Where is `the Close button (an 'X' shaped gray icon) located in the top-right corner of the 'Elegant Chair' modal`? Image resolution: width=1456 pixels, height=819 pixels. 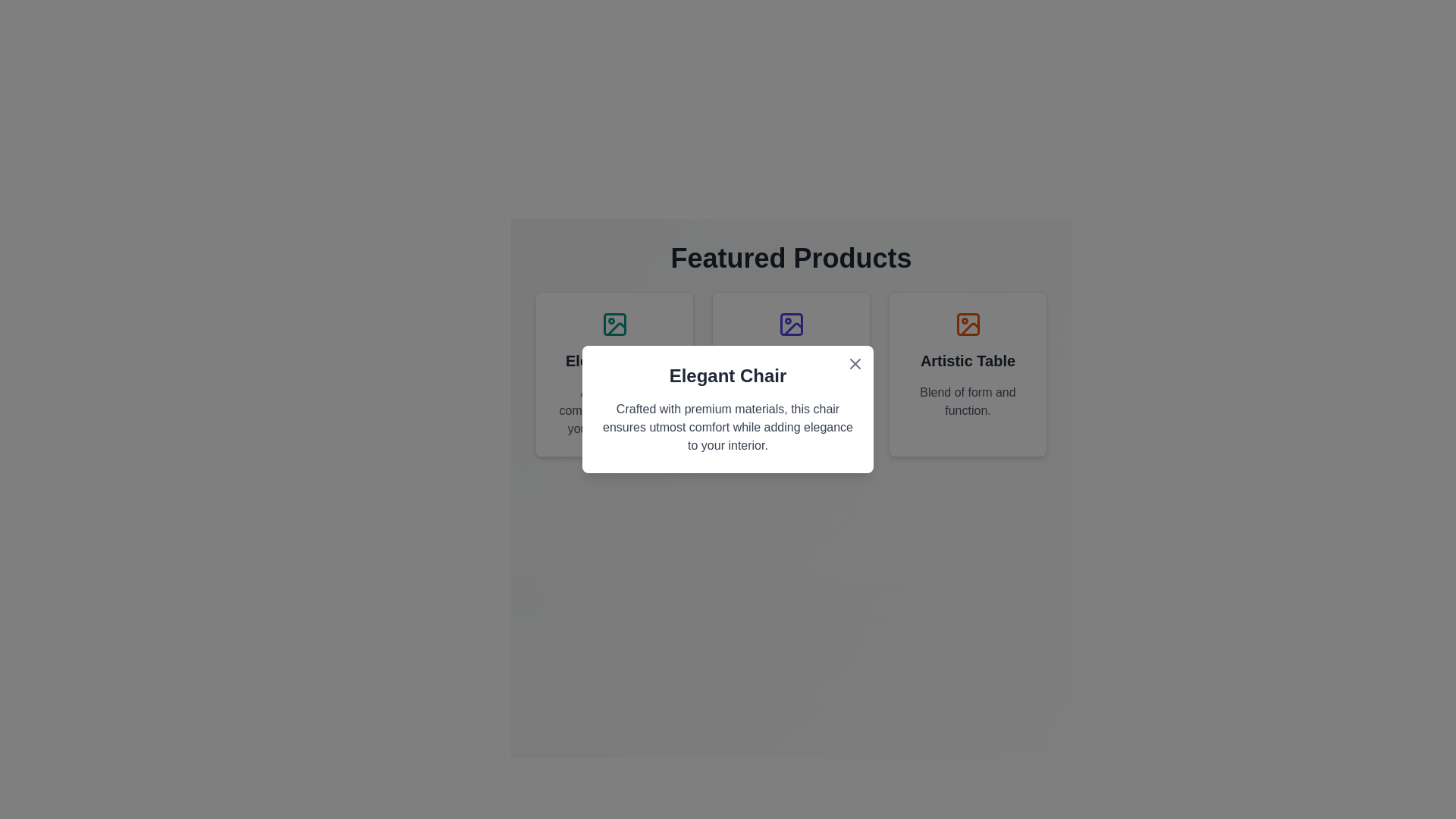
the Close button (an 'X' shaped gray icon) located in the top-right corner of the 'Elegant Chair' modal is located at coordinates (855, 363).